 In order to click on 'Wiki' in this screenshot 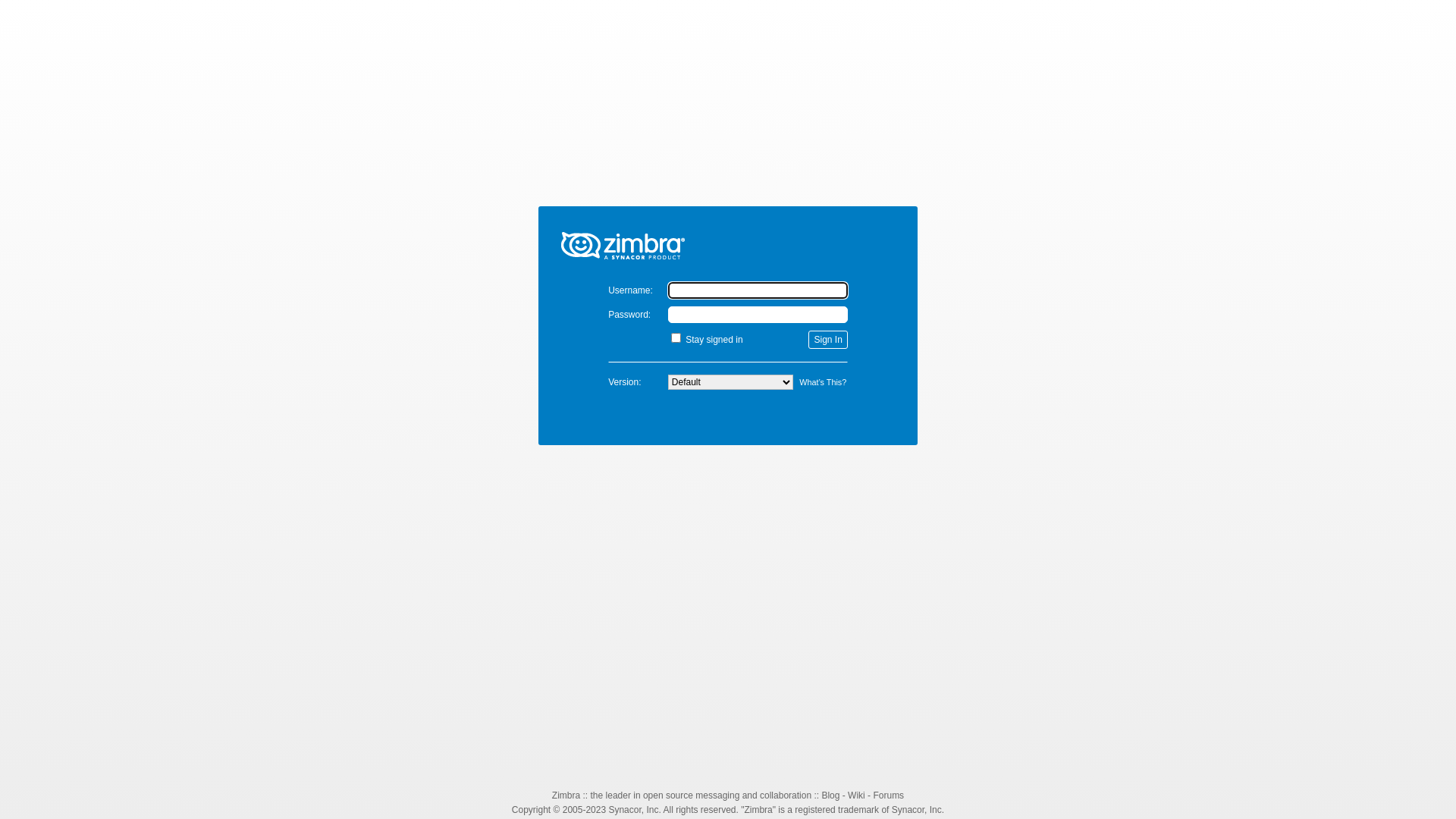, I will do `click(856, 795)`.